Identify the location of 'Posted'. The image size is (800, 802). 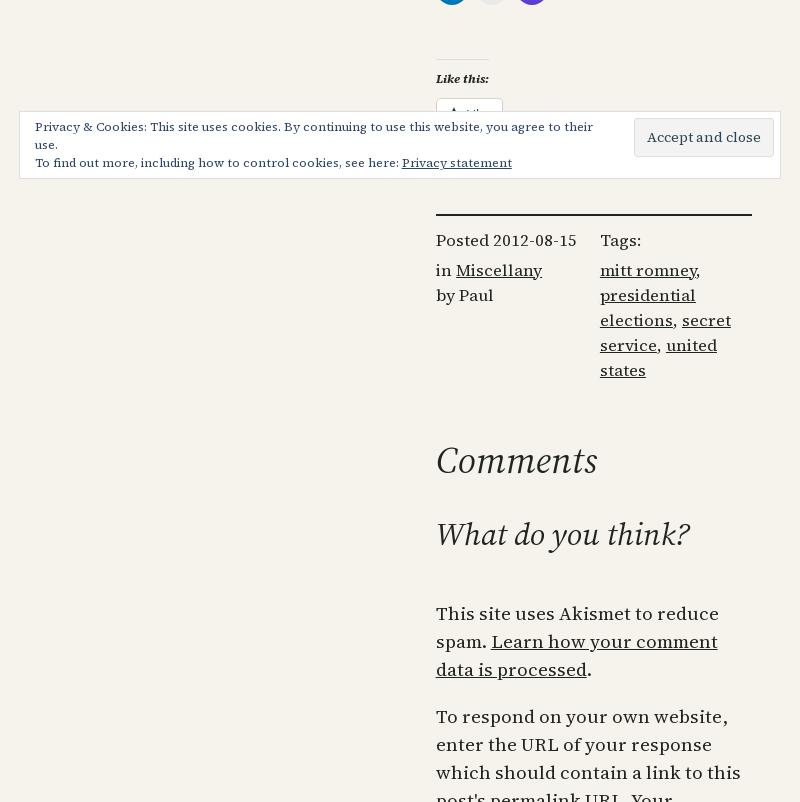
(460, 239).